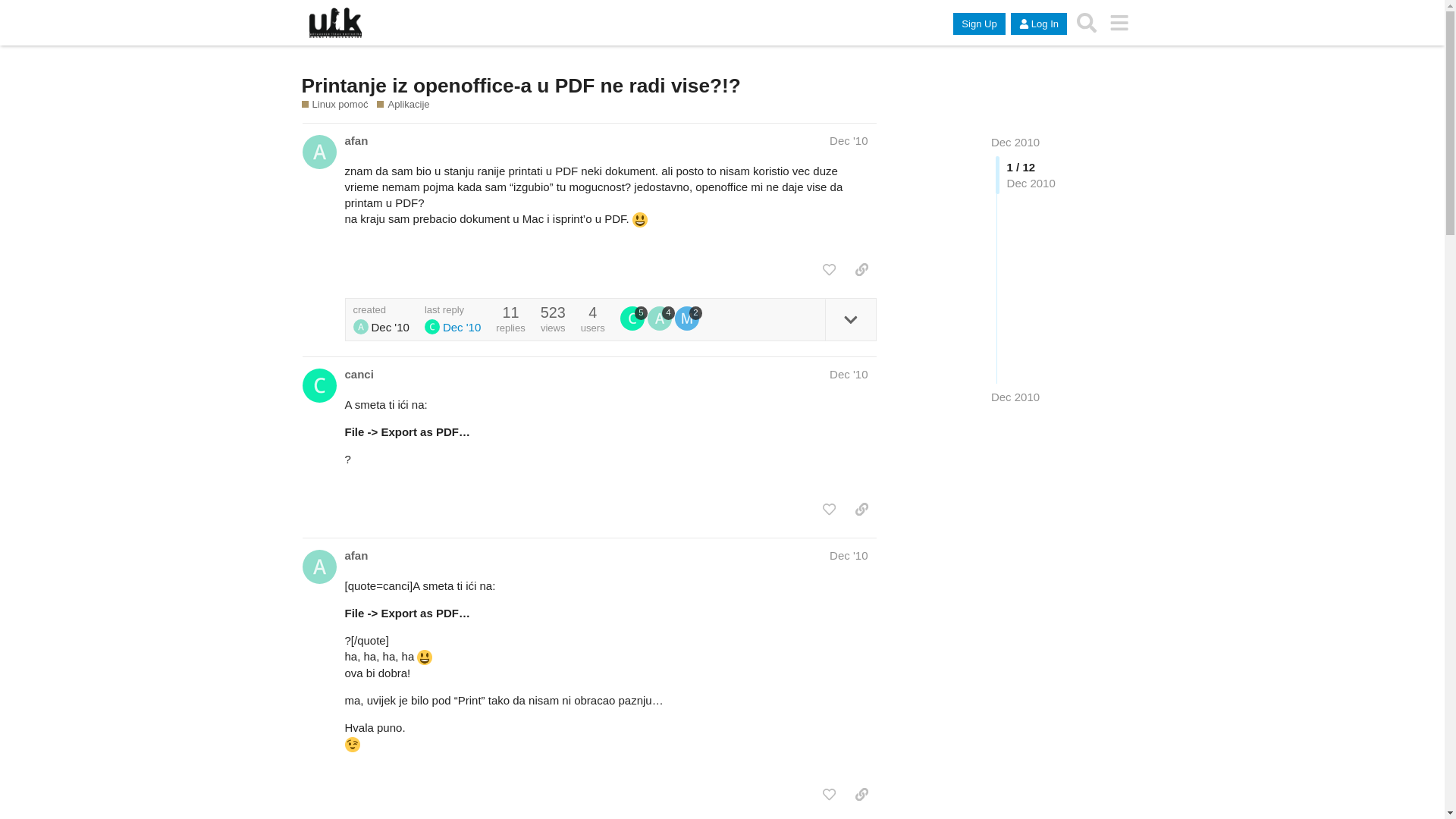 The width and height of the screenshot is (1456, 819). What do you see at coordinates (829, 140) in the screenshot?
I see `'Dec '10'` at bounding box center [829, 140].